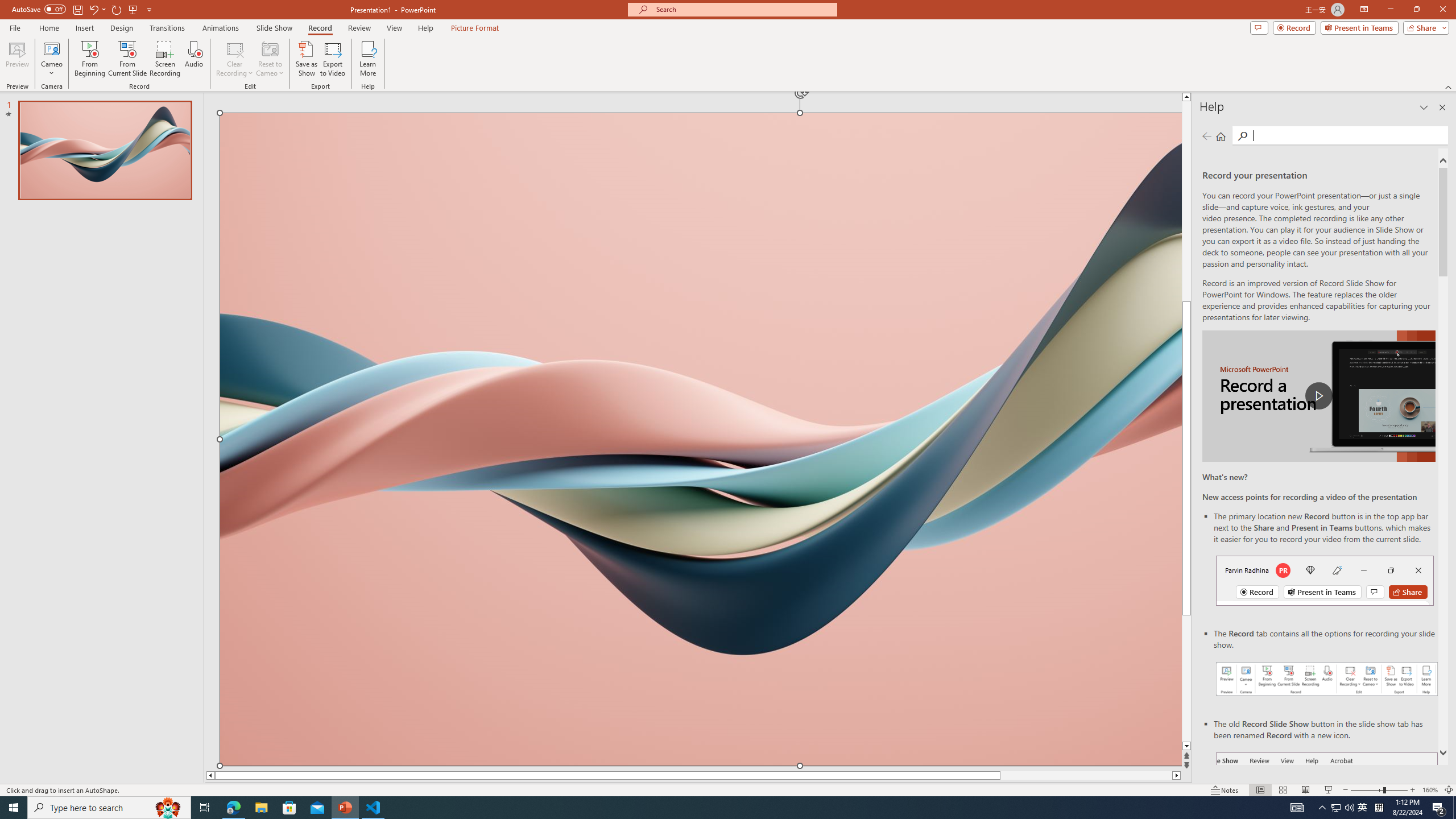 The image size is (1456, 819). What do you see at coordinates (1442, 107) in the screenshot?
I see `'Close pane'` at bounding box center [1442, 107].